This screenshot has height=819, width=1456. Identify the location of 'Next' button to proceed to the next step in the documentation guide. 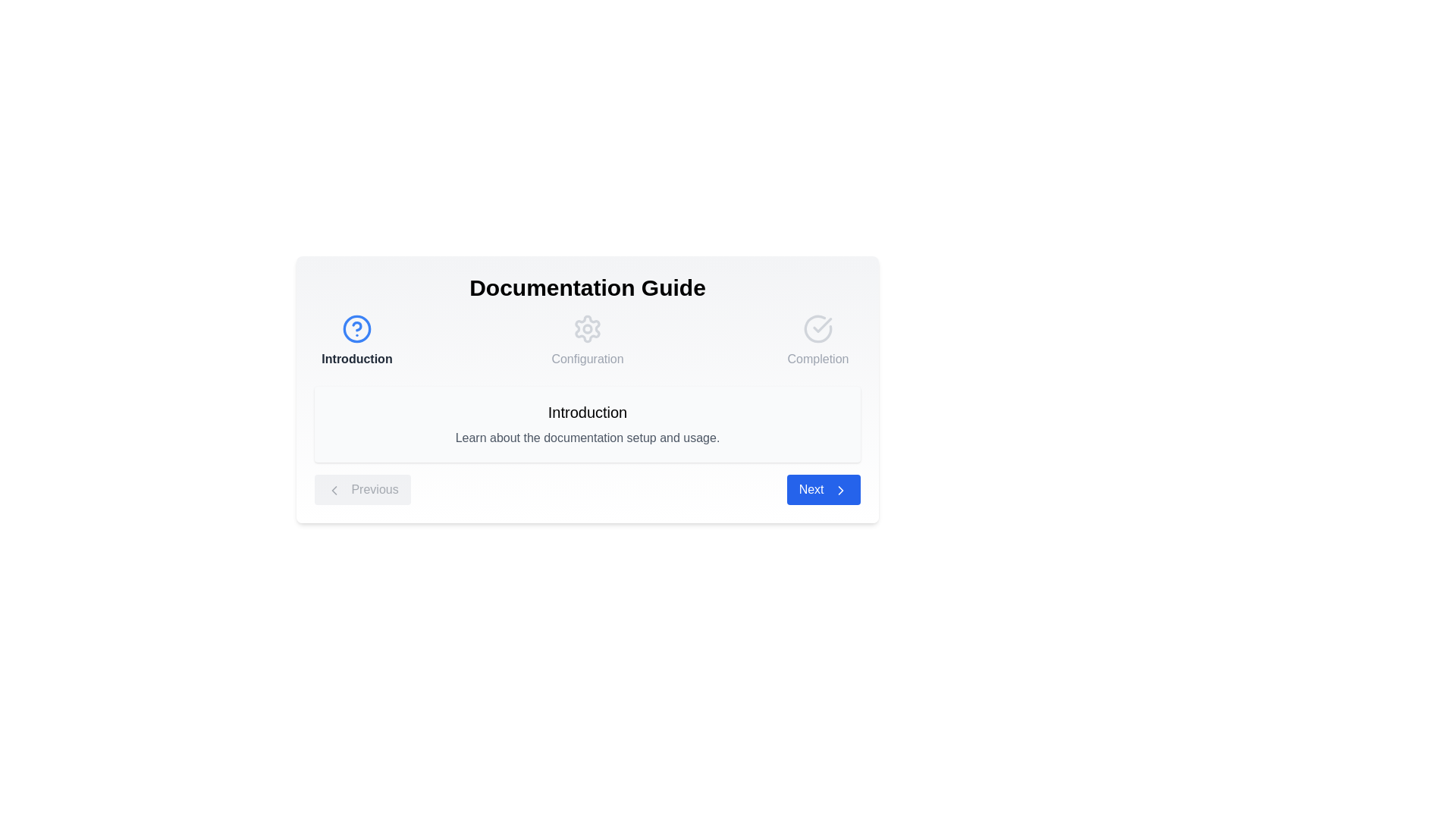
(822, 489).